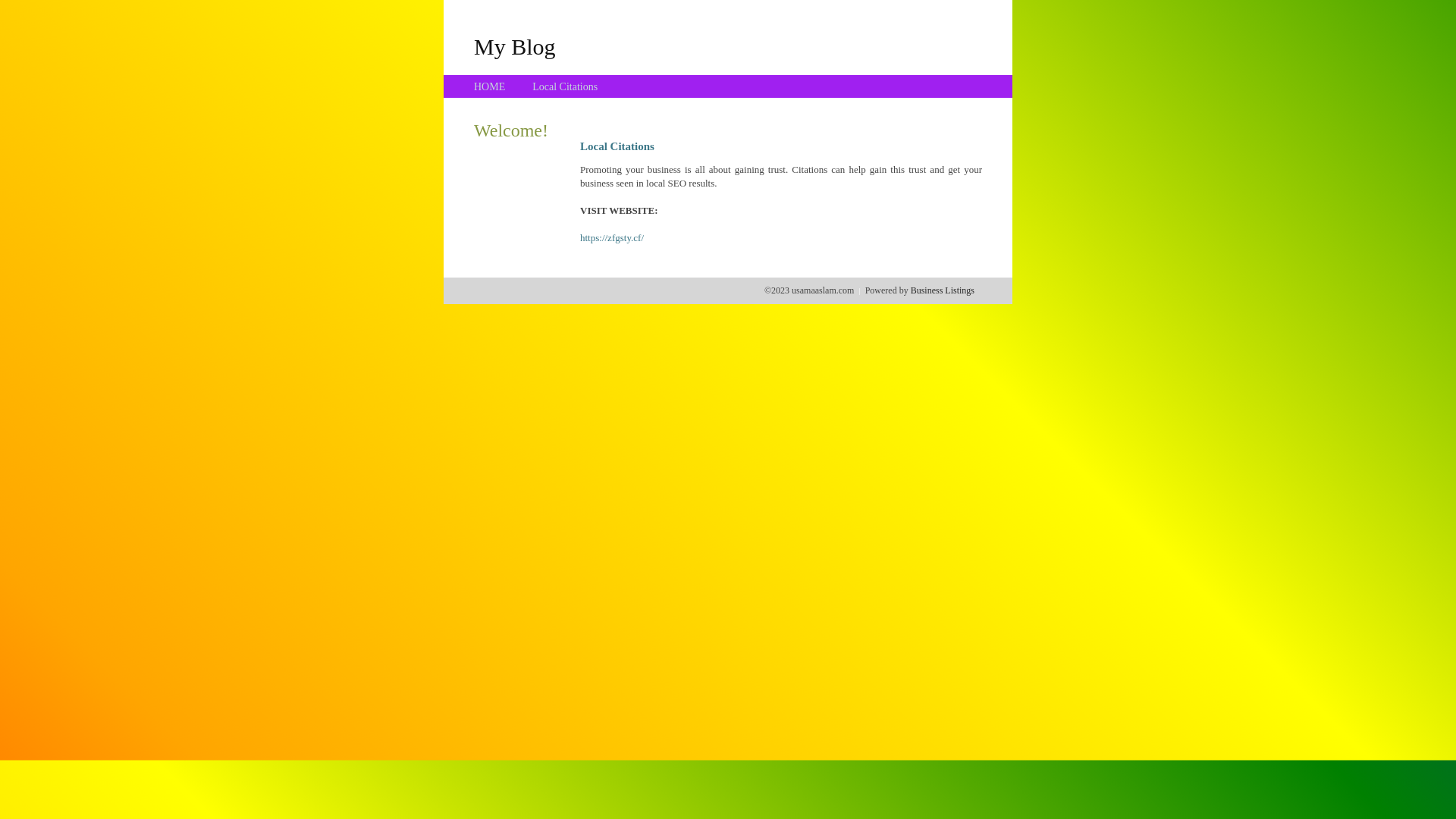 The width and height of the screenshot is (1456, 819). What do you see at coordinates (942, 290) in the screenshot?
I see `'Business Listings'` at bounding box center [942, 290].